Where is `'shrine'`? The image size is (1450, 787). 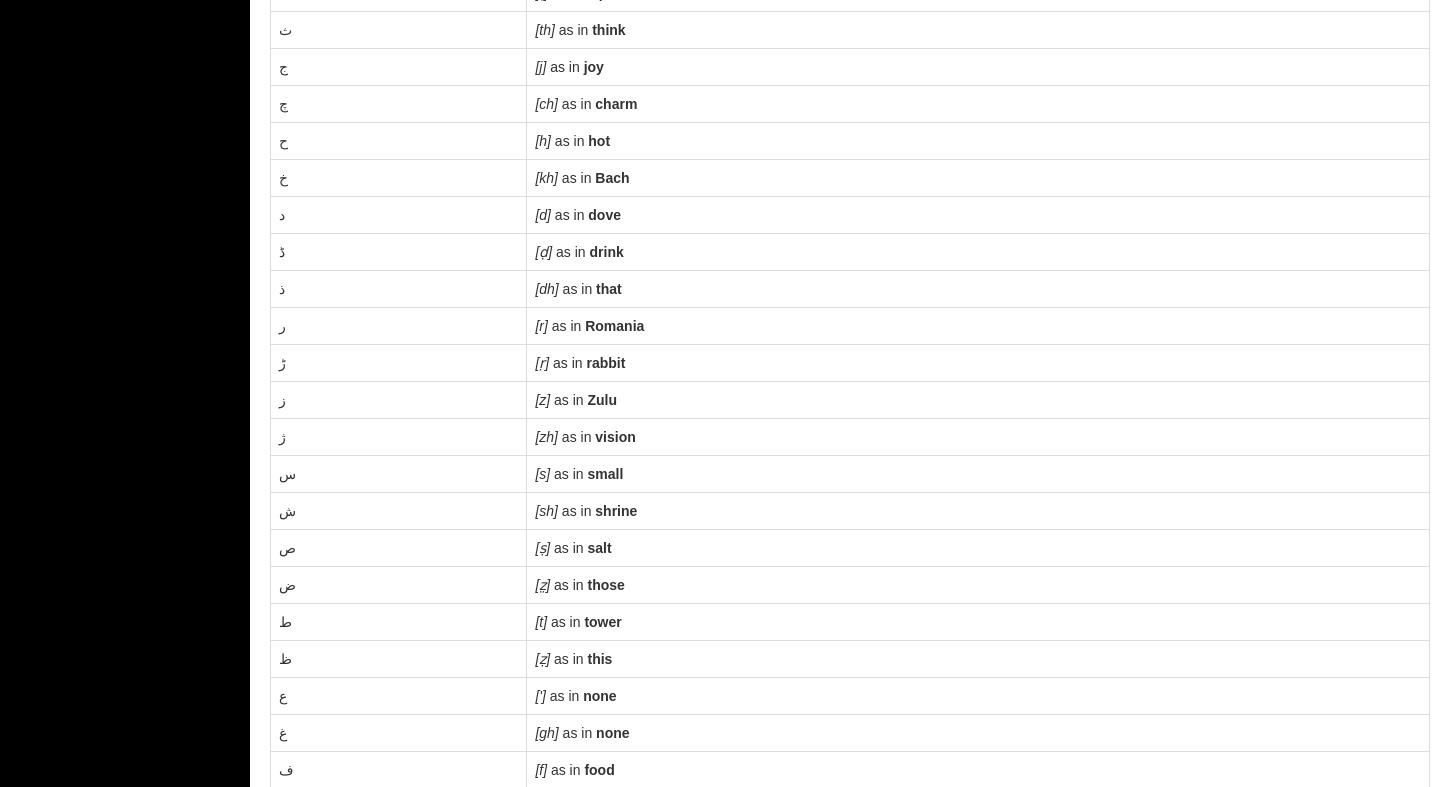
'shrine' is located at coordinates (614, 510).